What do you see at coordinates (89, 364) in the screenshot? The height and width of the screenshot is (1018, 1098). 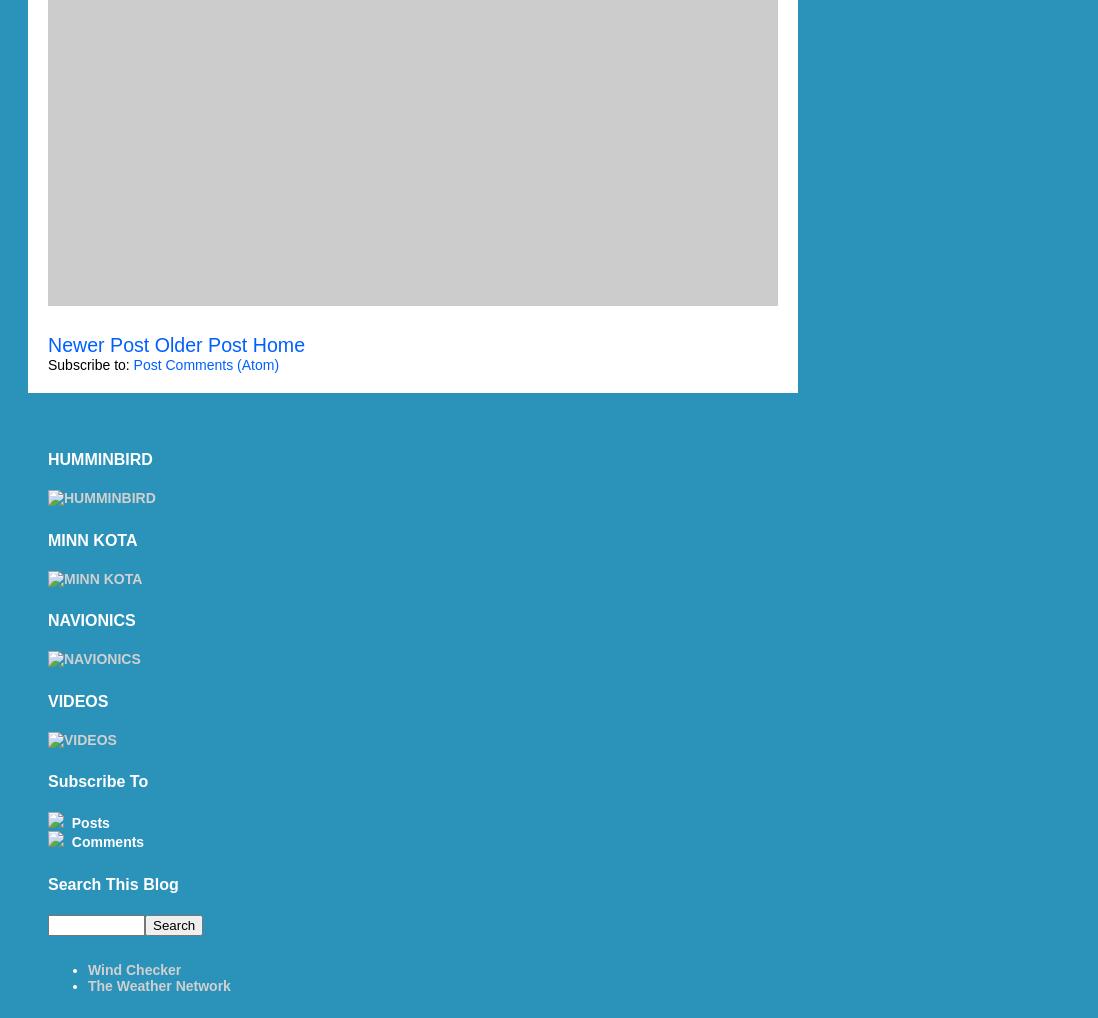 I see `'Subscribe to:'` at bounding box center [89, 364].